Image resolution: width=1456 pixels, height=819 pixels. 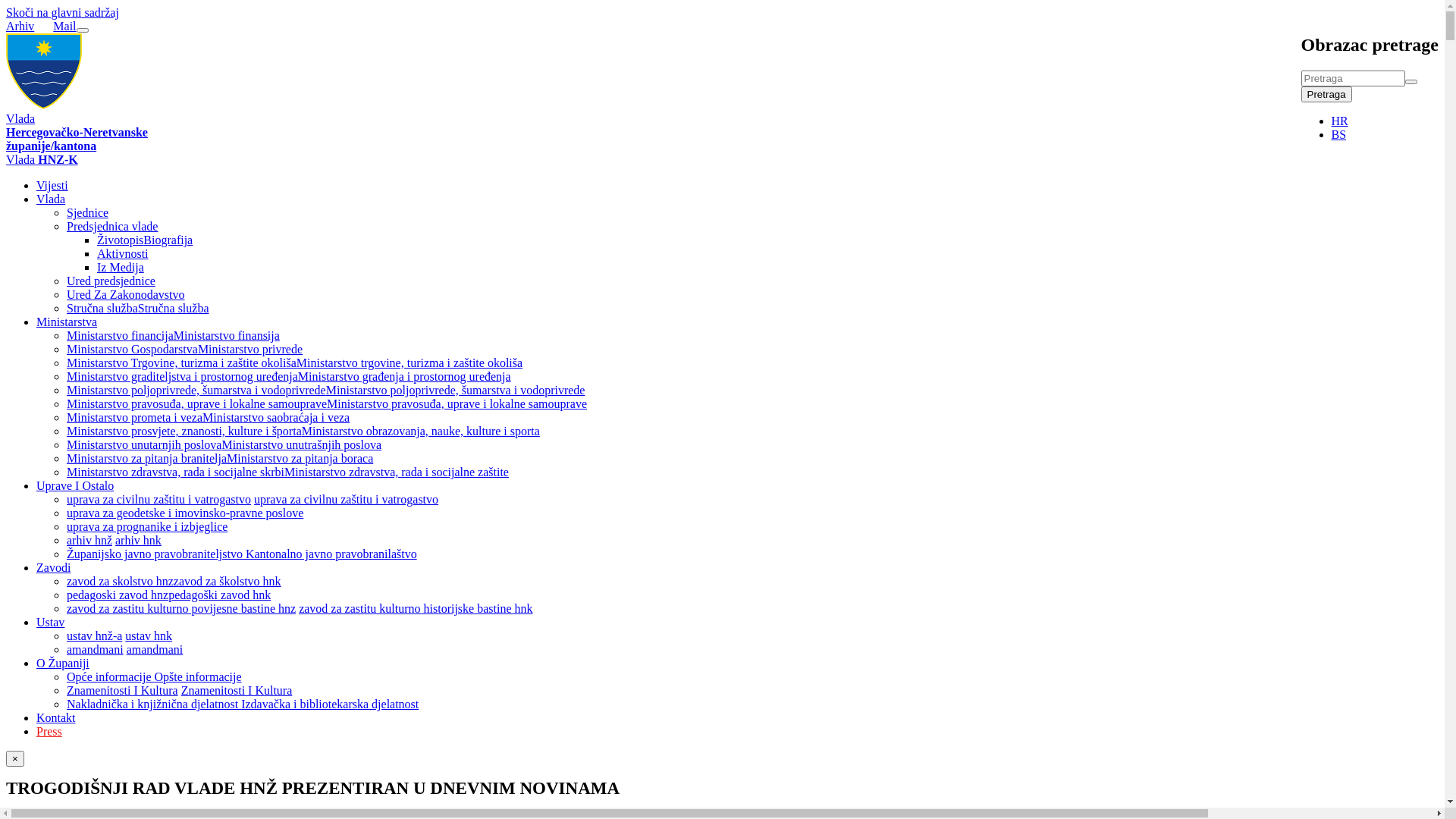 I want to click on 'HR', so click(x=1339, y=120).